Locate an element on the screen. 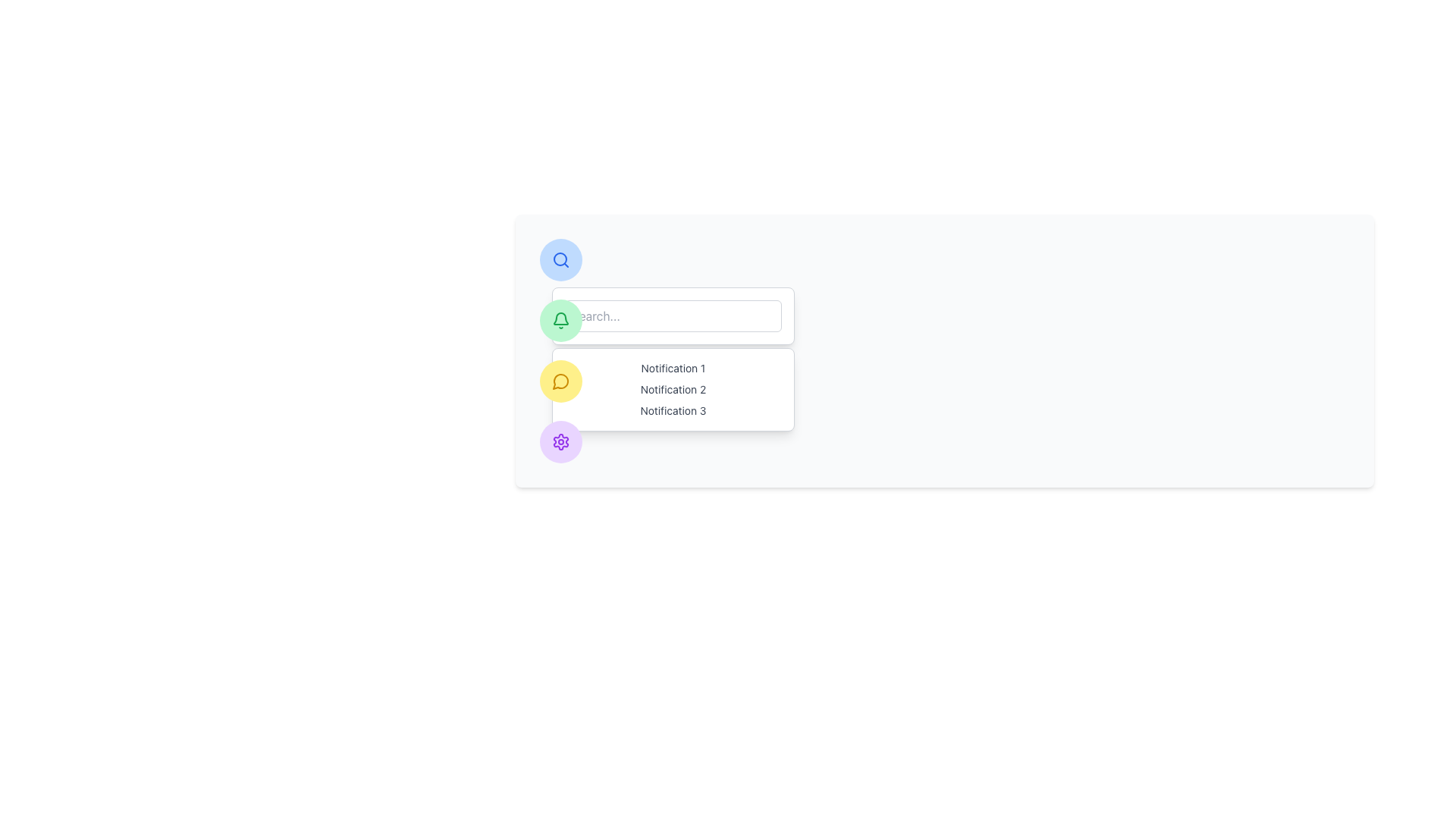  the search function icon located in a blue circular button at the top-left of the vertical stack of icons is located at coordinates (560, 259).